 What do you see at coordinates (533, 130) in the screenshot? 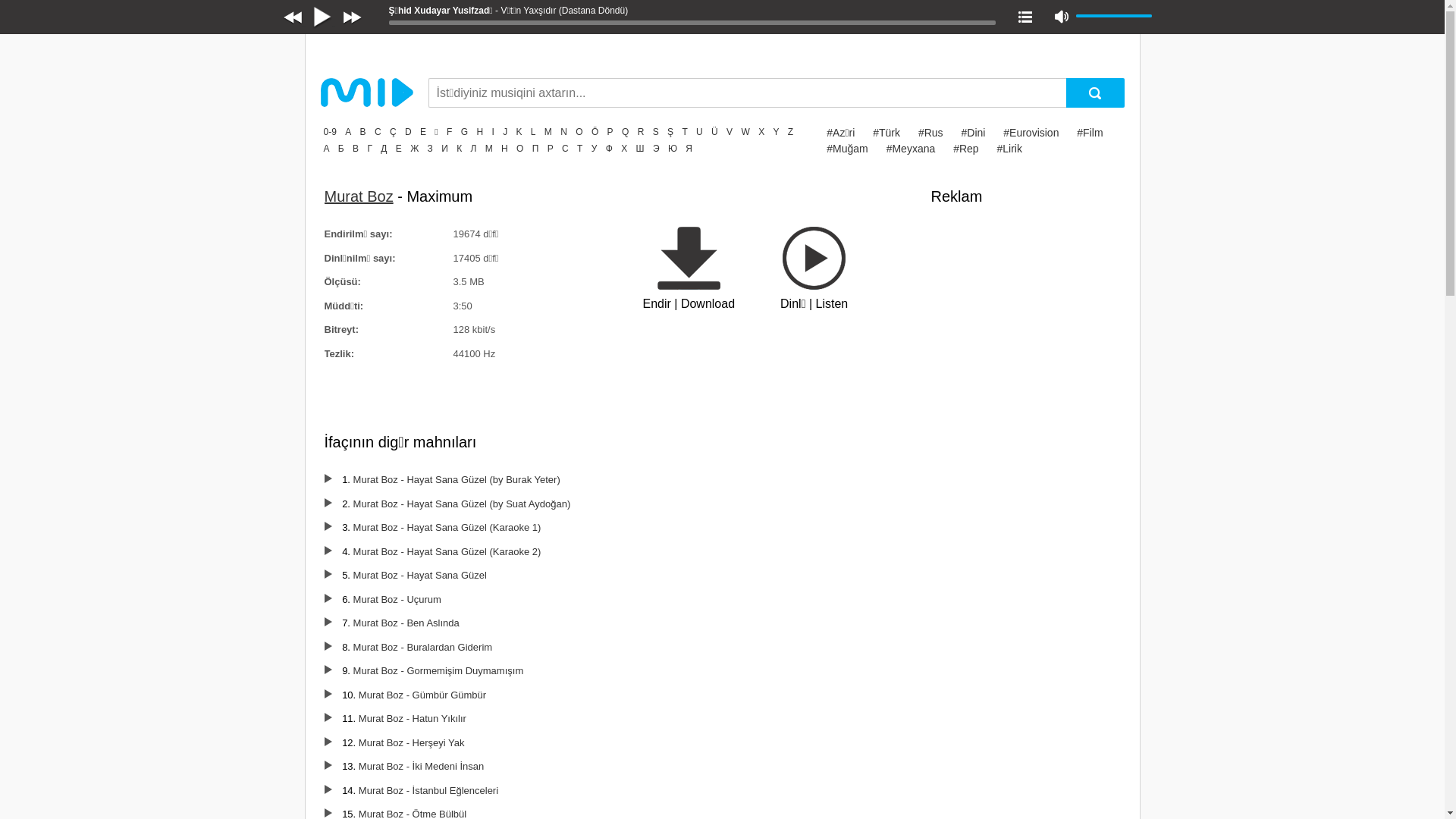
I see `'L'` at bounding box center [533, 130].